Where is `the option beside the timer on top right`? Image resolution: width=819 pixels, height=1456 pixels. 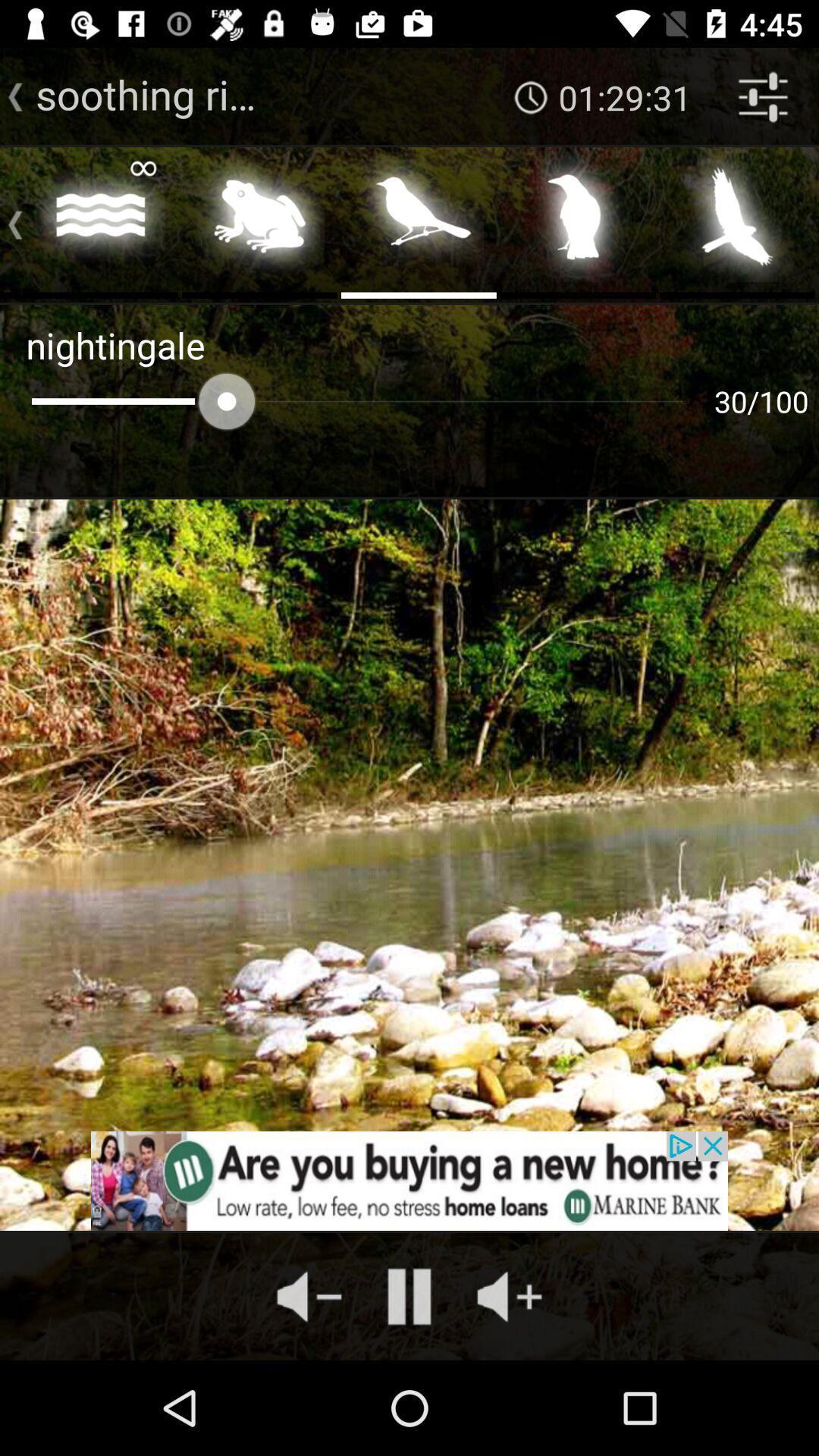 the option beside the timer on top right is located at coordinates (763, 96).